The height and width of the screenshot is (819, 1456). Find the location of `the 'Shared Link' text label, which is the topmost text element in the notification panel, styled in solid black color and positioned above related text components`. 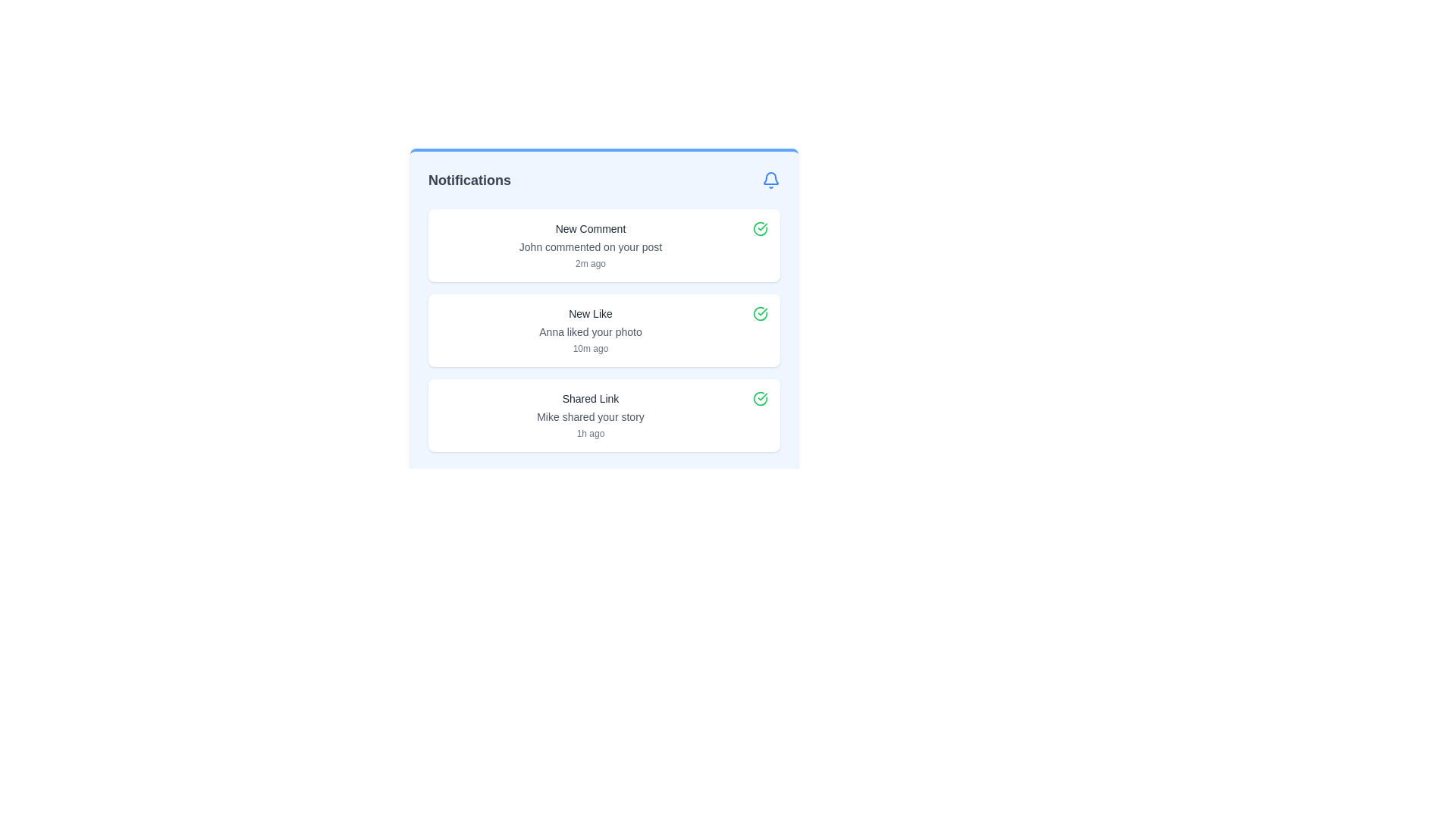

the 'Shared Link' text label, which is the topmost text element in the notification panel, styled in solid black color and positioned above related text components is located at coordinates (589, 397).